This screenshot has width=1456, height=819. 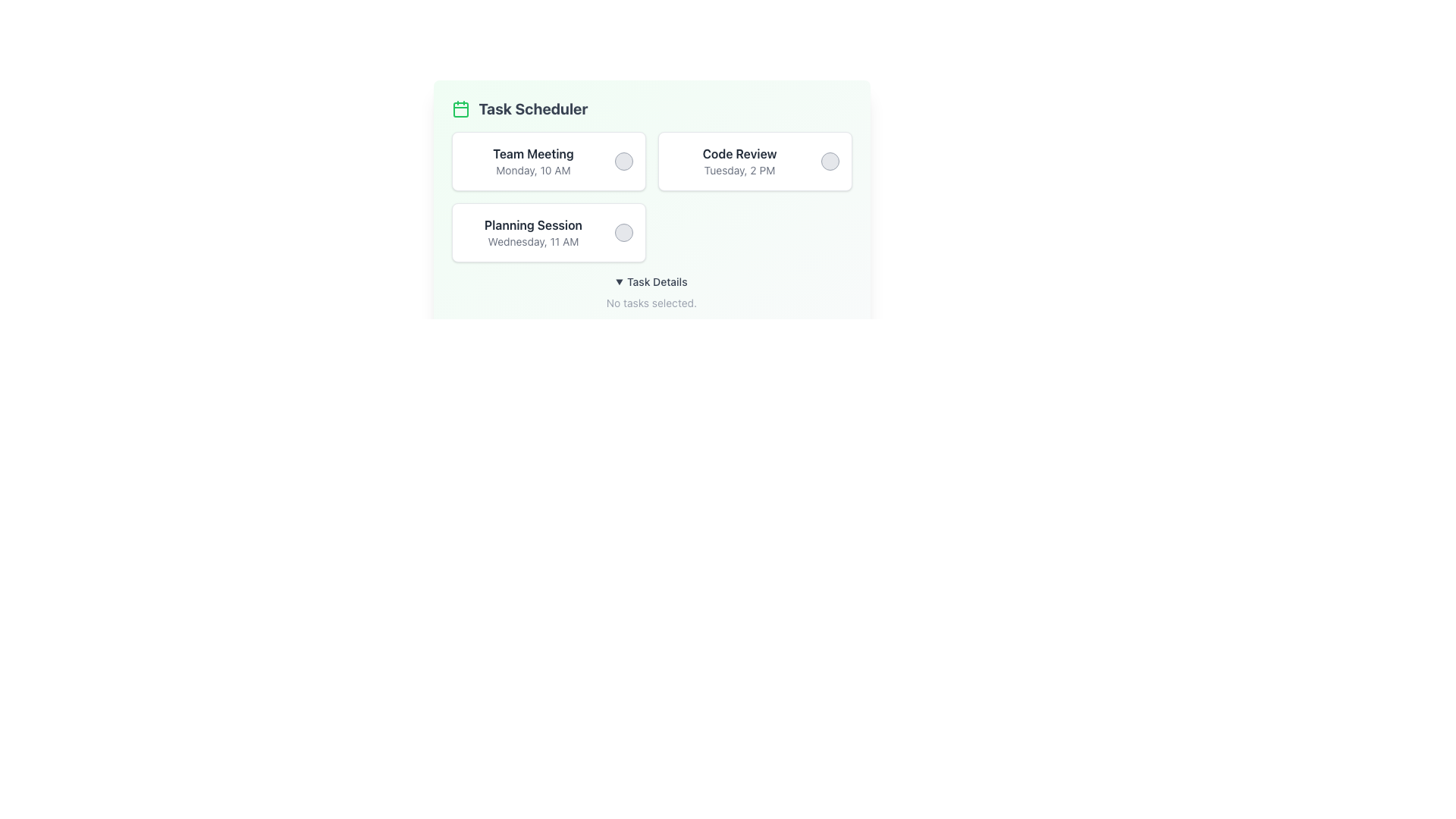 I want to click on the Text Display element that shows 'Planning Session' and 'Wednesday, 11 AM', so click(x=533, y=233).